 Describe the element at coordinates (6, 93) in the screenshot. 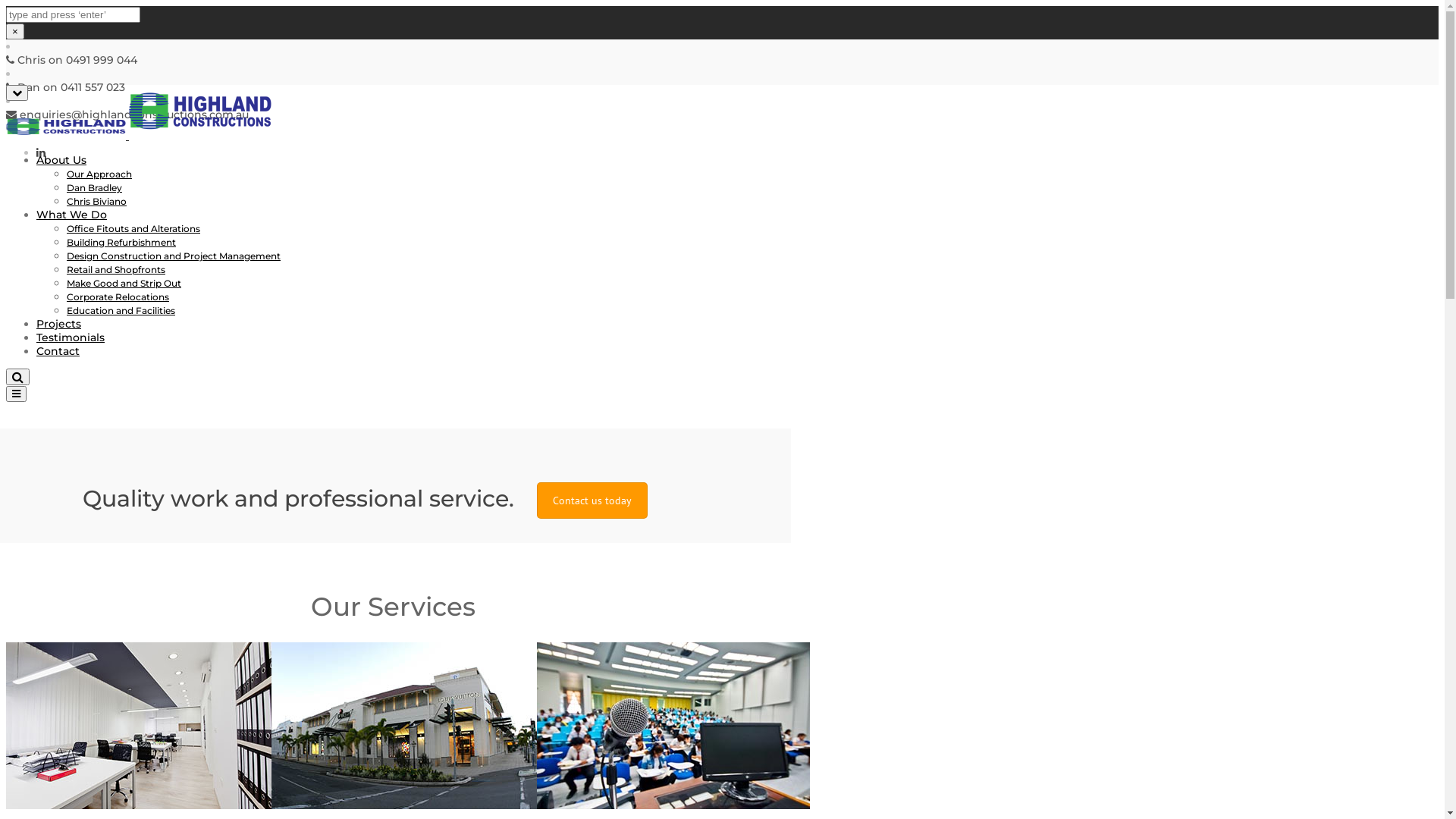

I see `'Close top bar'` at that location.